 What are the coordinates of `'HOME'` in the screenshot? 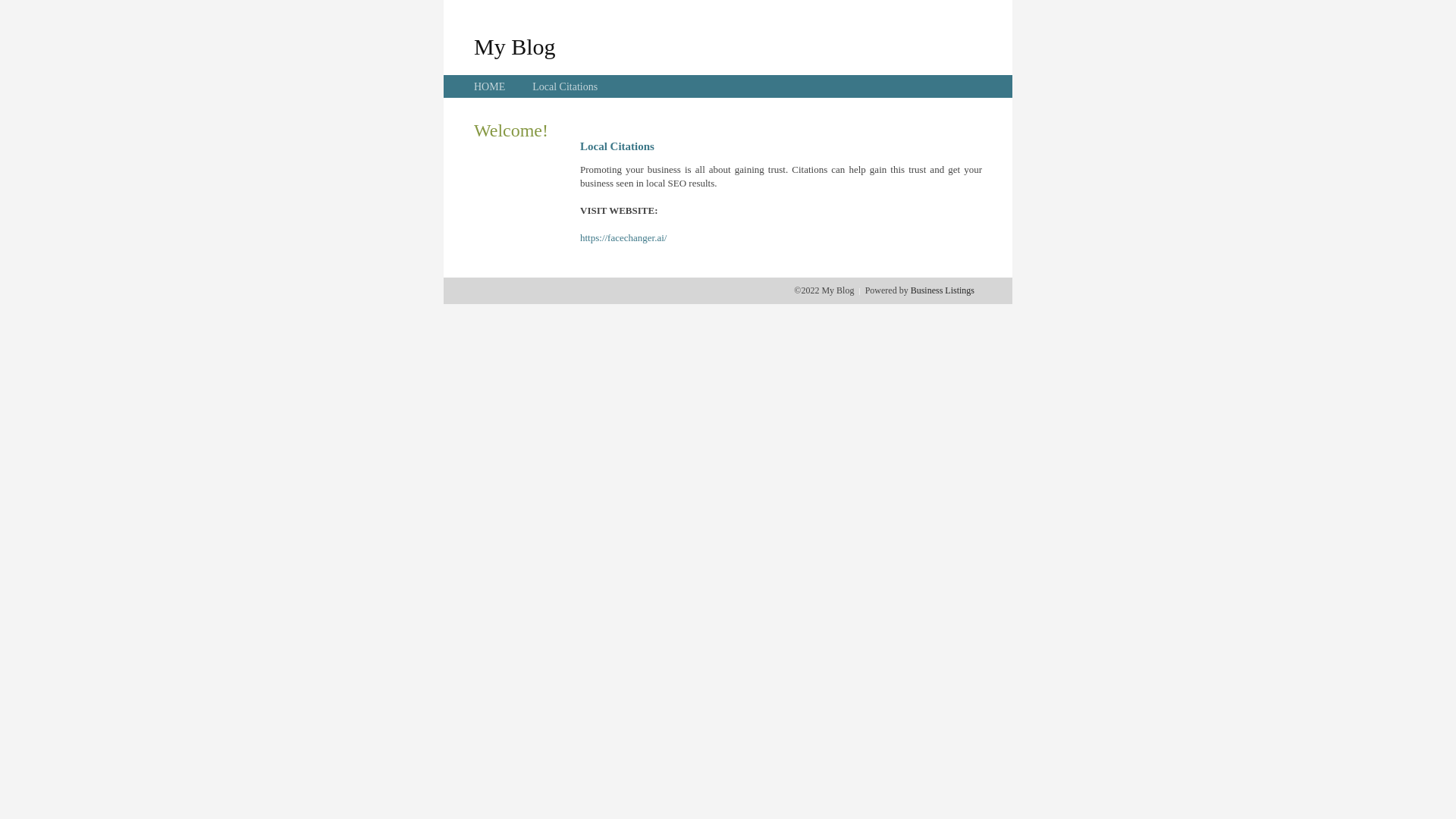 It's located at (489, 86).